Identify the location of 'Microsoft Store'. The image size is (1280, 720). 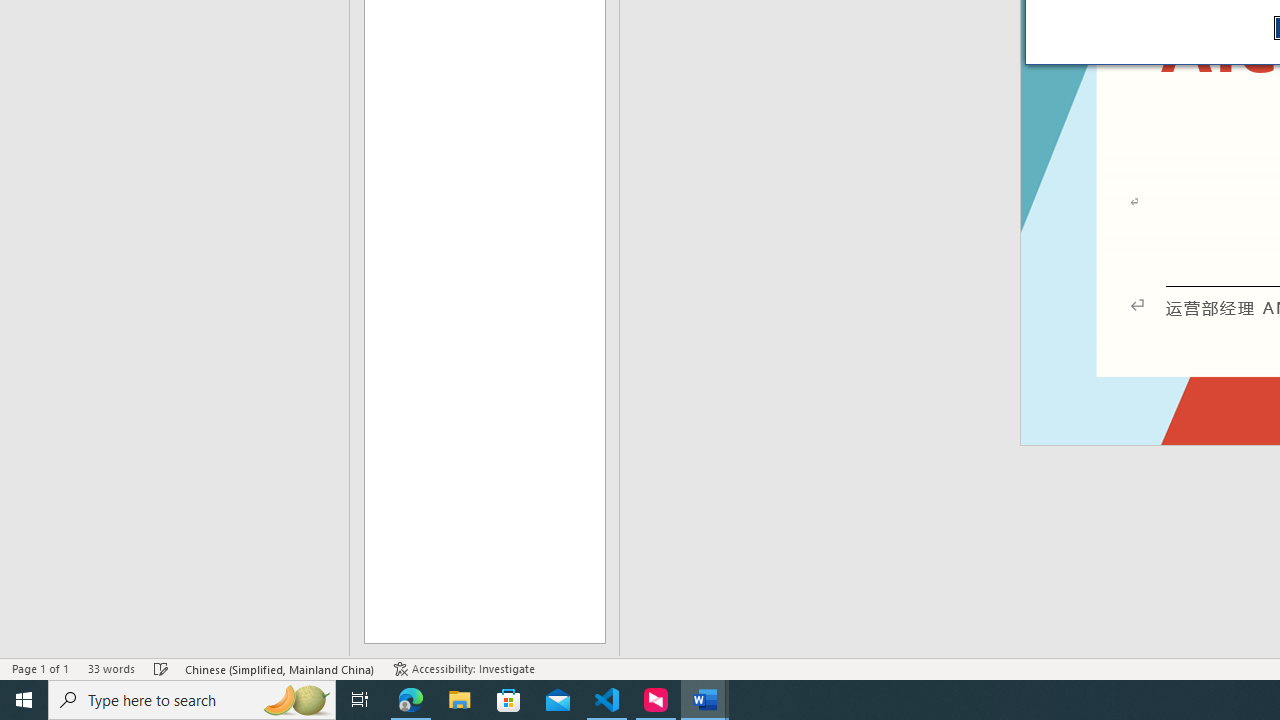
(509, 698).